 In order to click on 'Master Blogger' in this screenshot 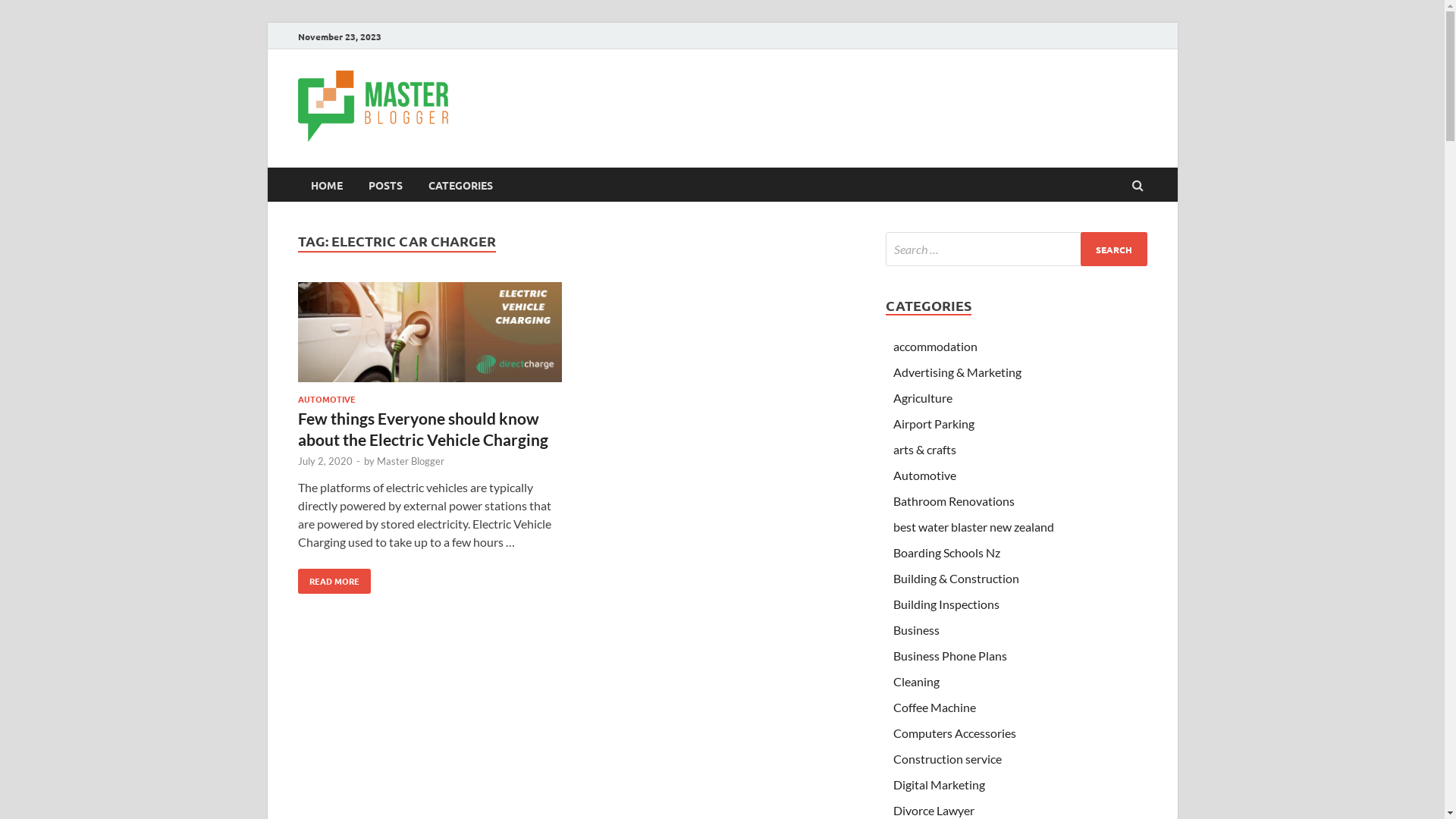, I will do `click(409, 460)`.